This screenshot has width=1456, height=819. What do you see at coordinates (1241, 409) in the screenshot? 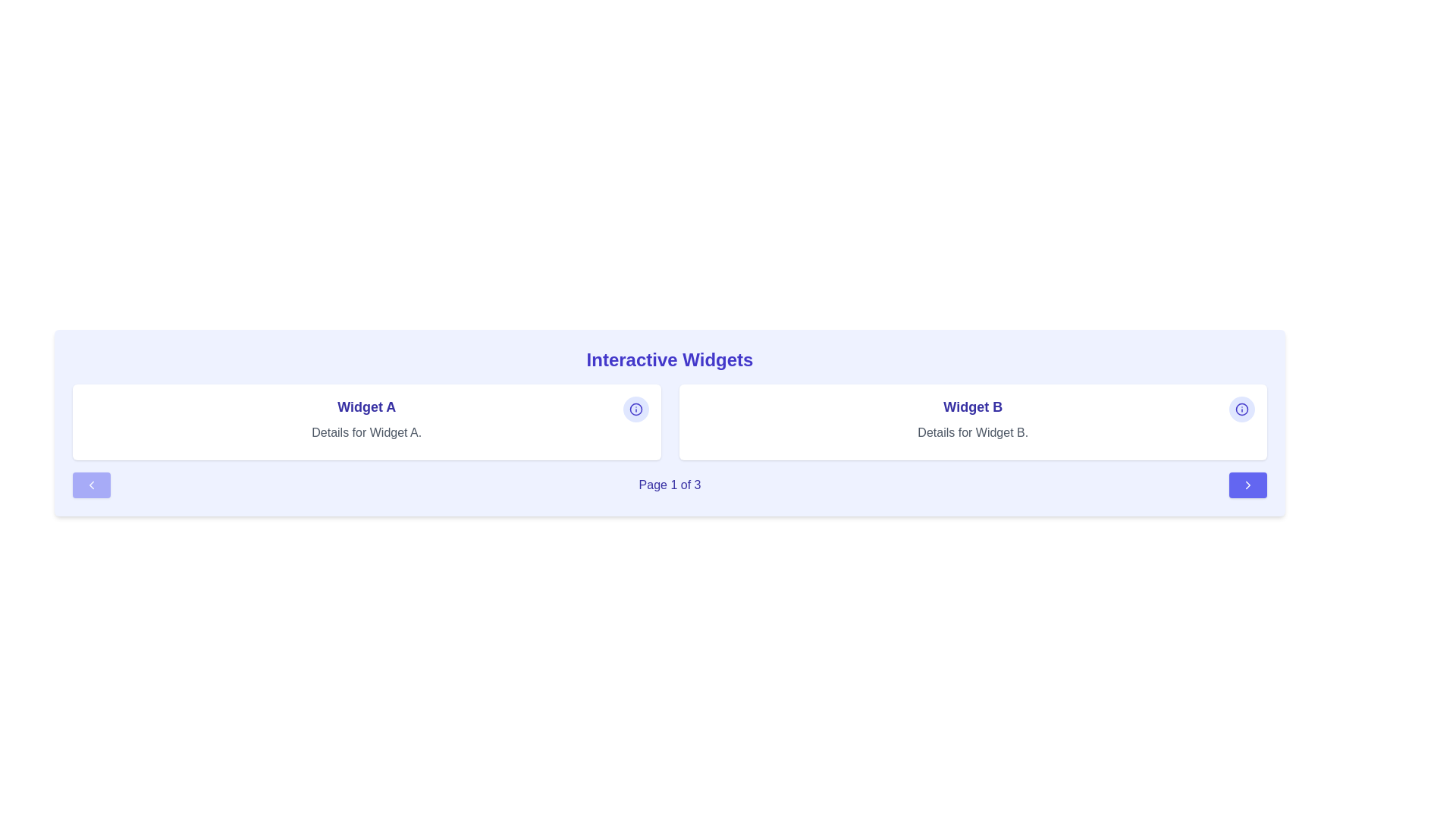
I see `the circular button with a light indigo background and darker indigo border, containing an info icon 'i', located in the top-right corner of the card labeled 'Widget B' to possibly display a tooltip` at bounding box center [1241, 409].